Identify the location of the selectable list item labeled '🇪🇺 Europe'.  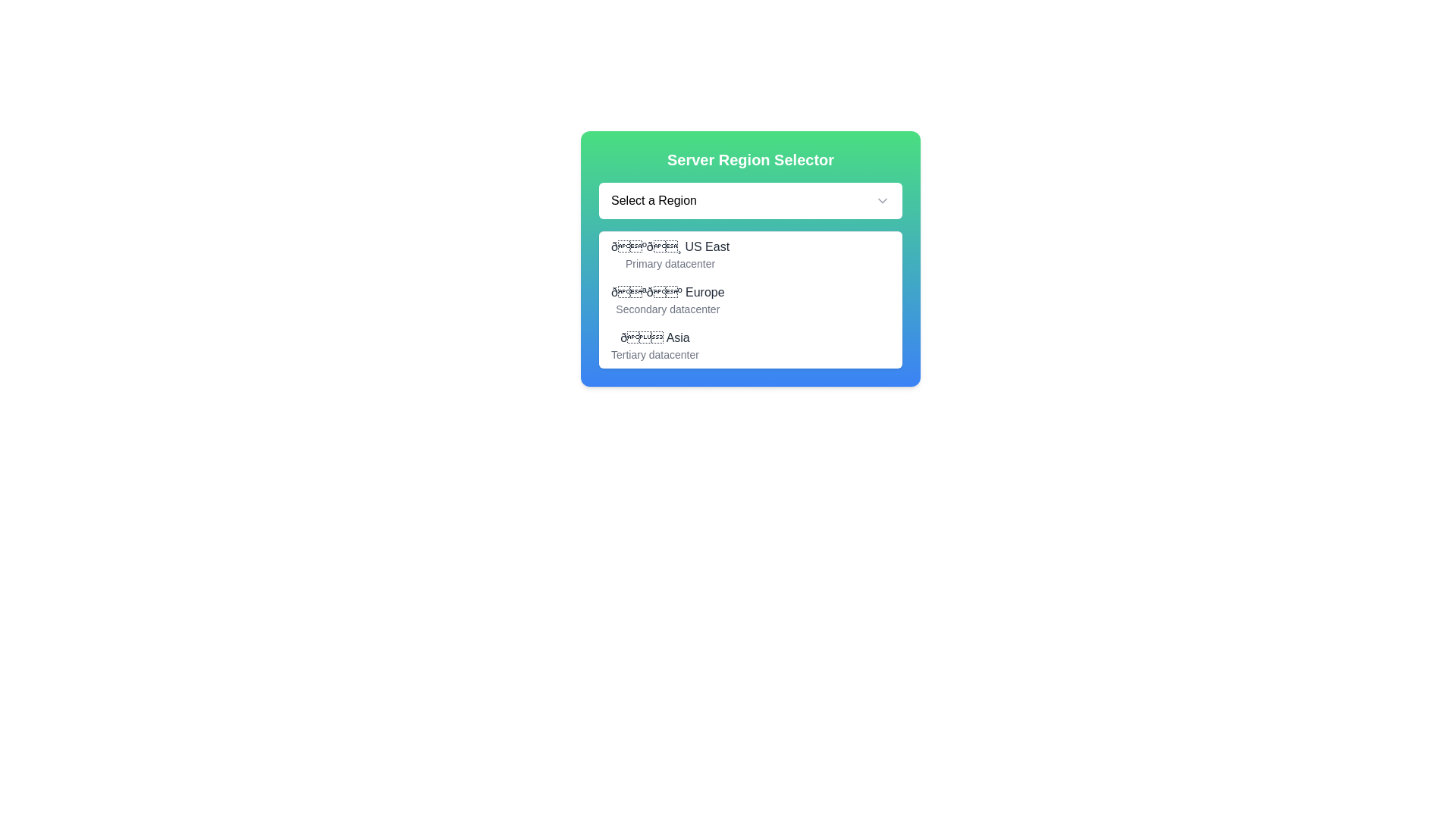
(750, 300).